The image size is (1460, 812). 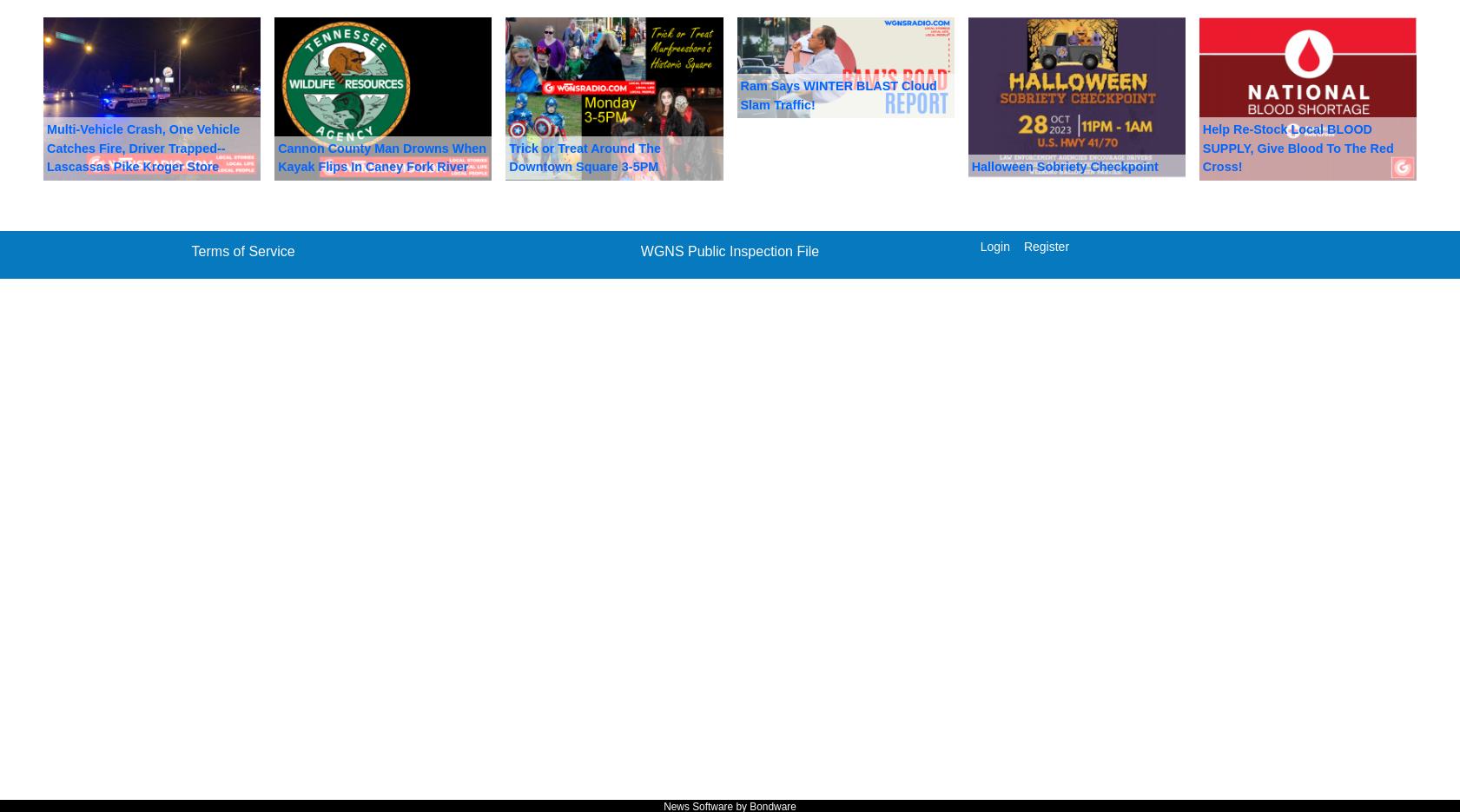 What do you see at coordinates (1064, 165) in the screenshot?
I see `'Halloween Sobriety Checkpoint'` at bounding box center [1064, 165].